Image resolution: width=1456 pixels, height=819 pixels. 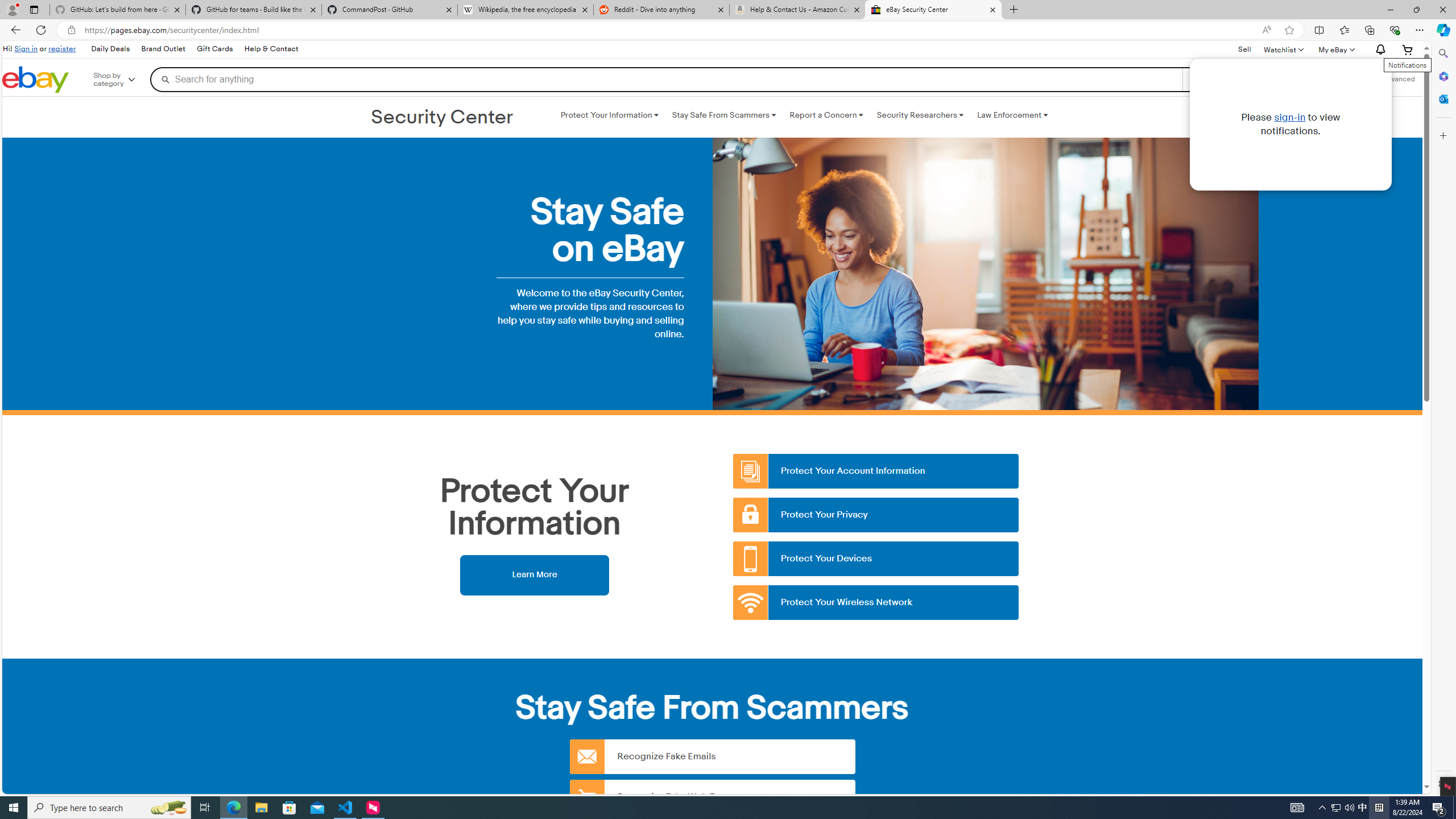 I want to click on 'Law Enforcement ', so click(x=1012, y=115).